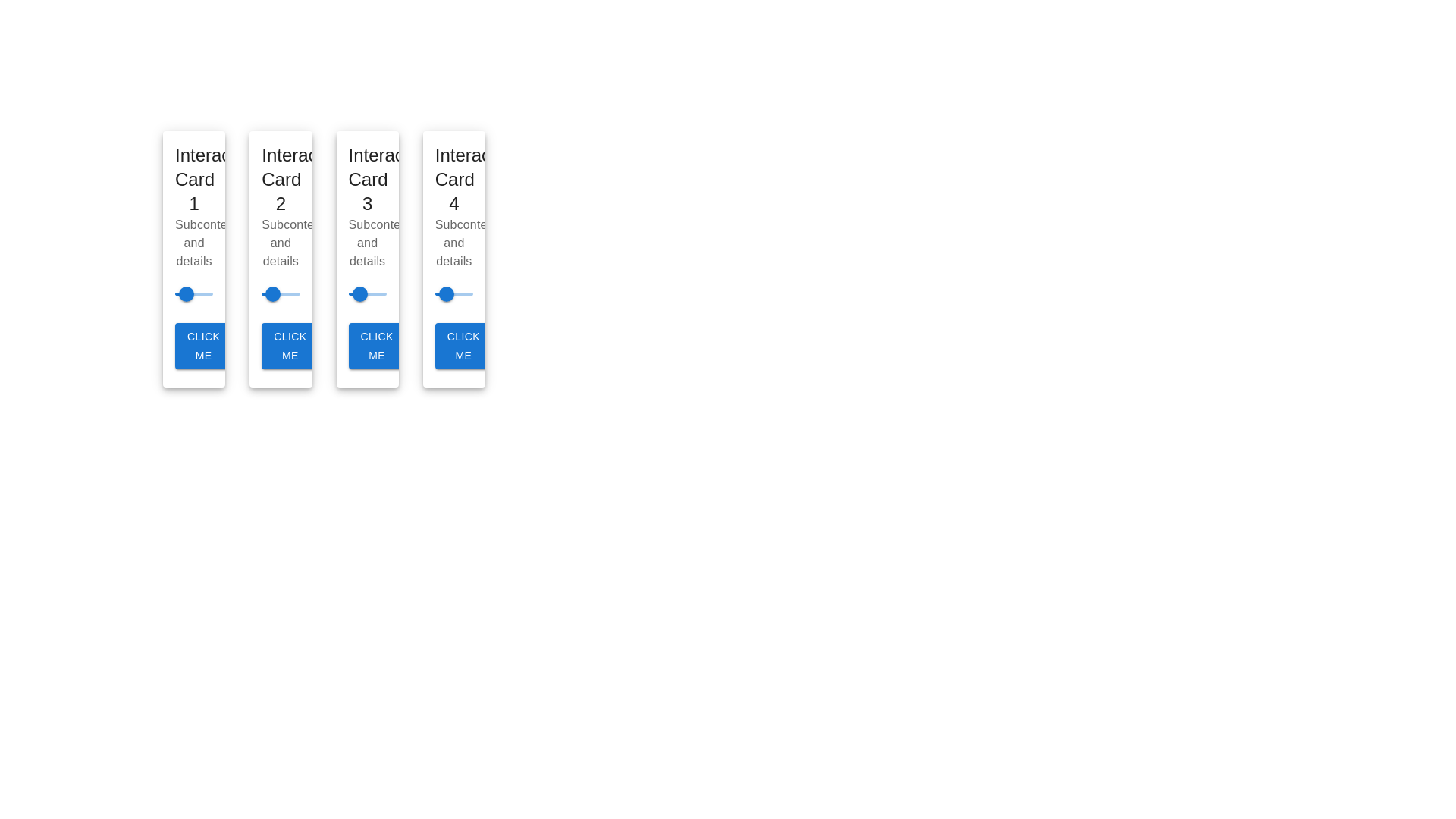 The height and width of the screenshot is (819, 1456). What do you see at coordinates (379, 294) in the screenshot?
I see `the slider's value` at bounding box center [379, 294].